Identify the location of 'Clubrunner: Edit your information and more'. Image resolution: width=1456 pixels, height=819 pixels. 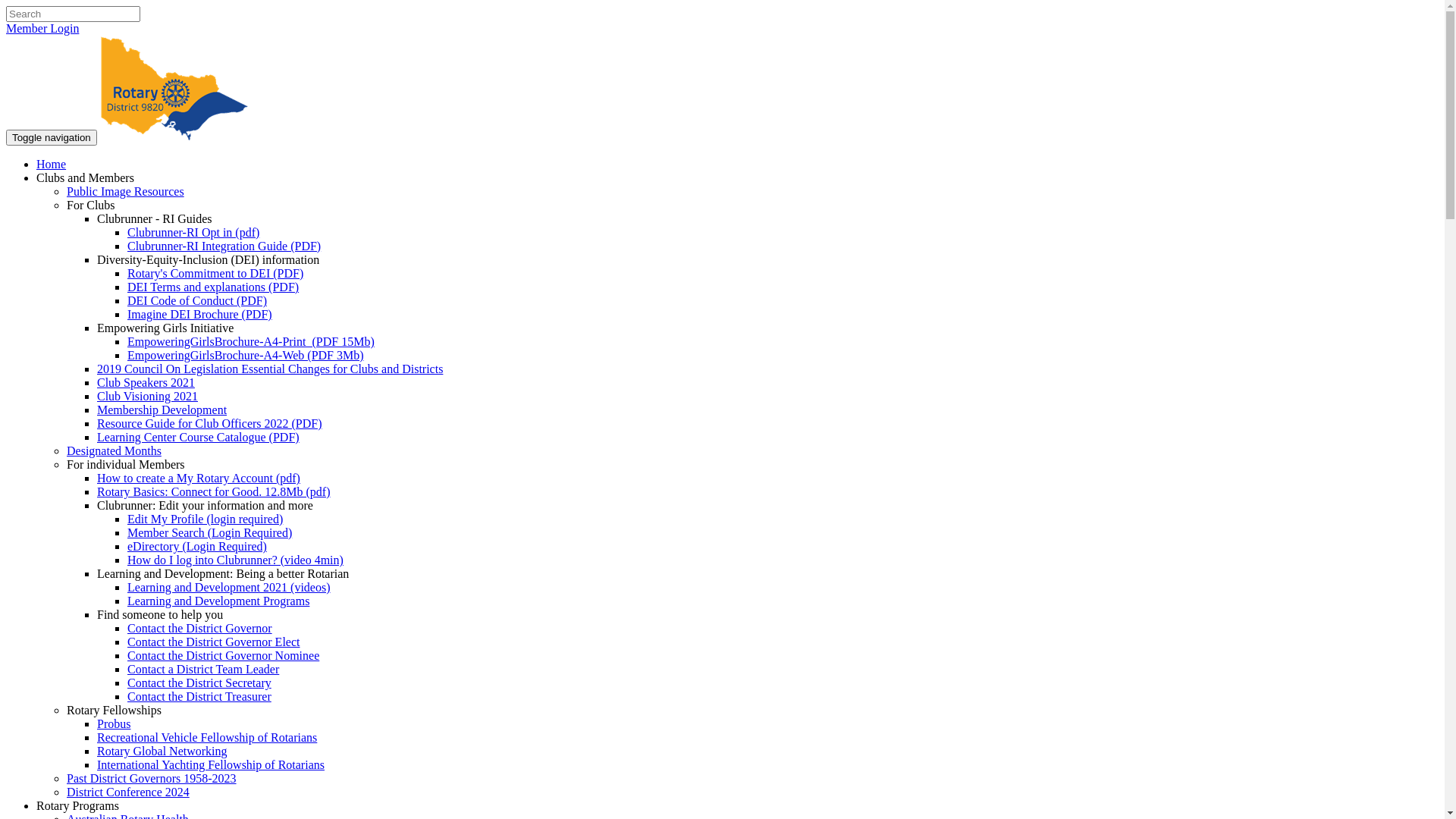
(96, 505).